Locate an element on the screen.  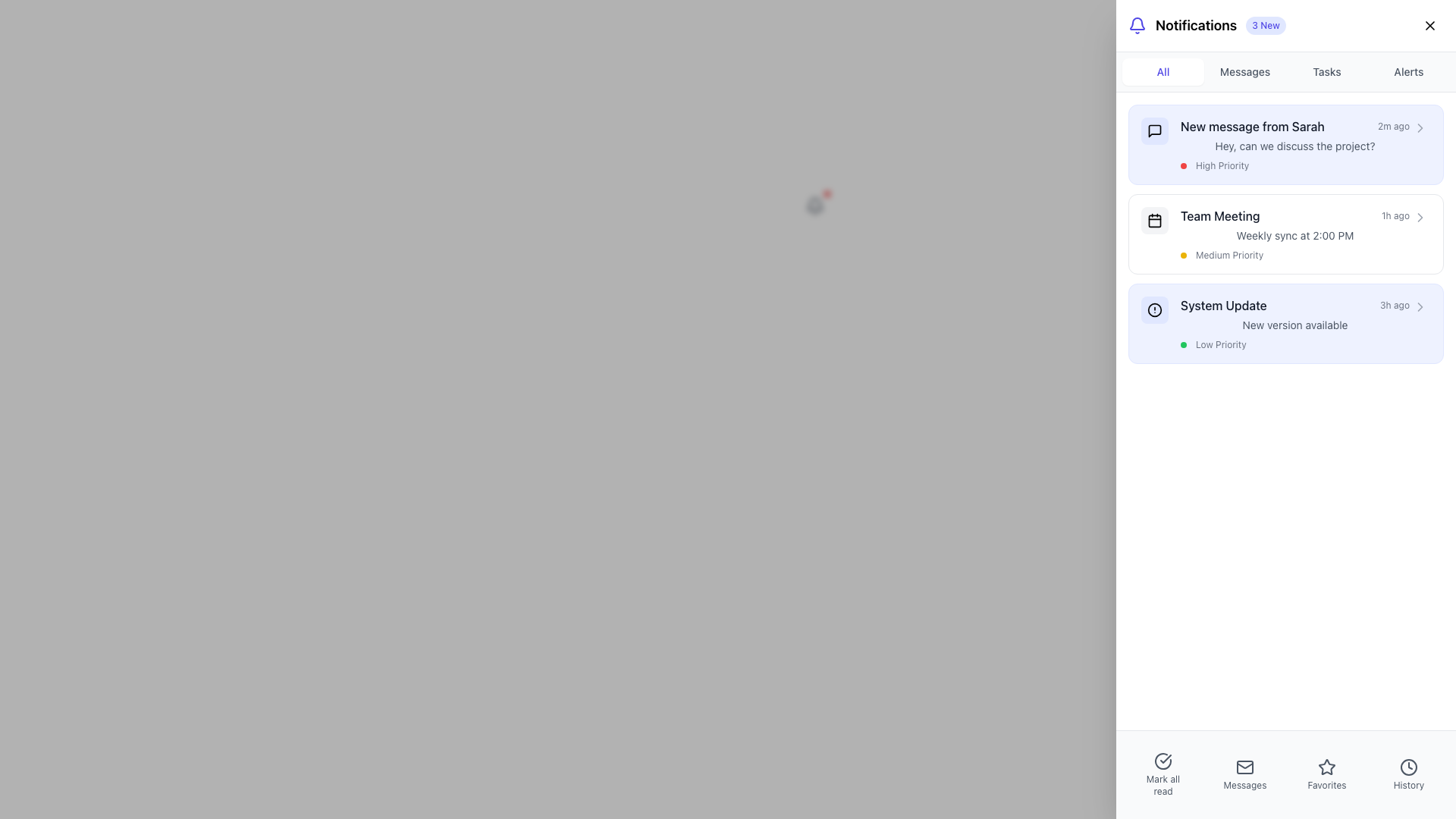
the calendar icon in the middle of the 'Team Meeting' notification card, which visually represents time-based information is located at coordinates (1153, 220).